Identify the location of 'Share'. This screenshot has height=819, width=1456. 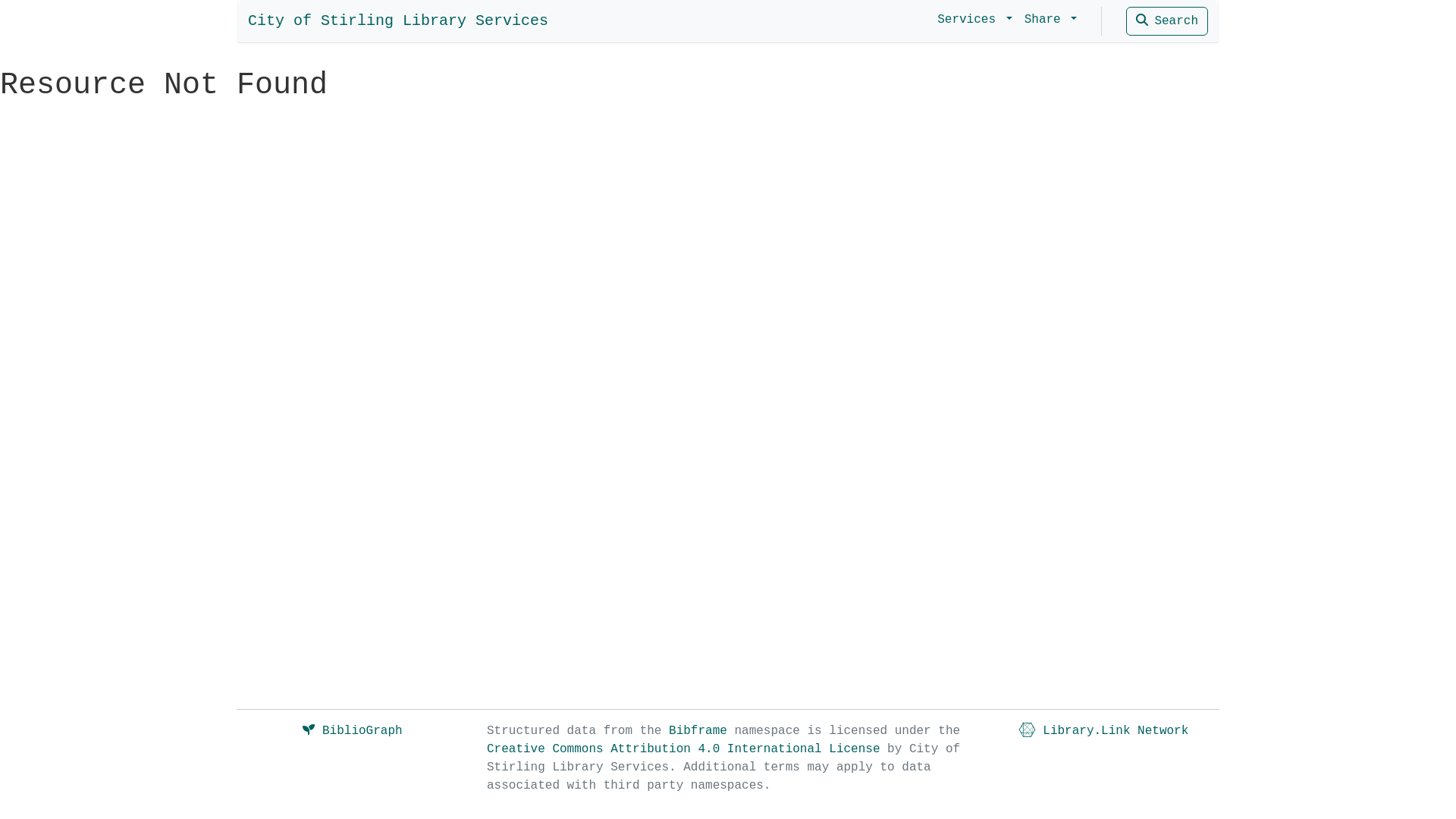
(1018, 20).